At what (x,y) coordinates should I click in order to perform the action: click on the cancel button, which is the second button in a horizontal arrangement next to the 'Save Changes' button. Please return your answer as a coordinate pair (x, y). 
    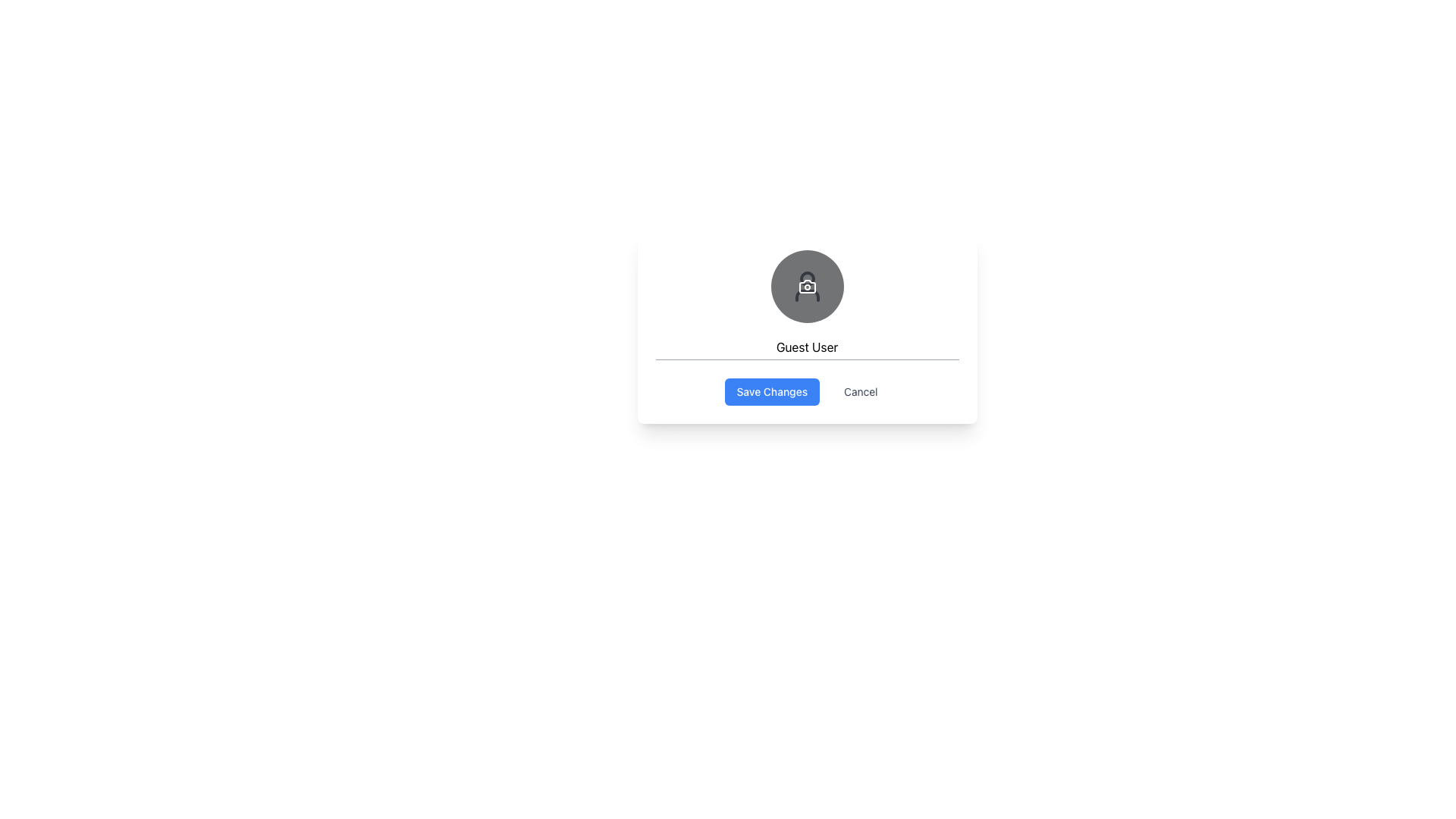
    Looking at the image, I should click on (861, 391).